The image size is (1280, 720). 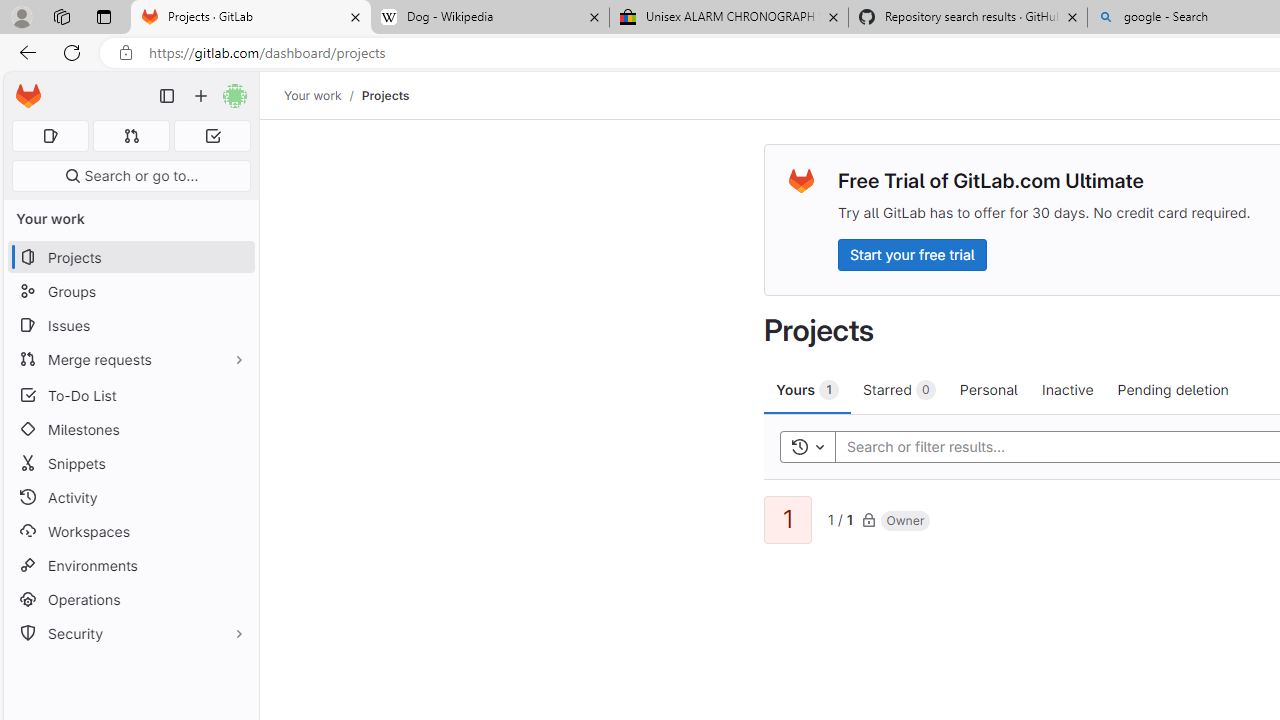 What do you see at coordinates (201, 96) in the screenshot?
I see `'Create new...'` at bounding box center [201, 96].